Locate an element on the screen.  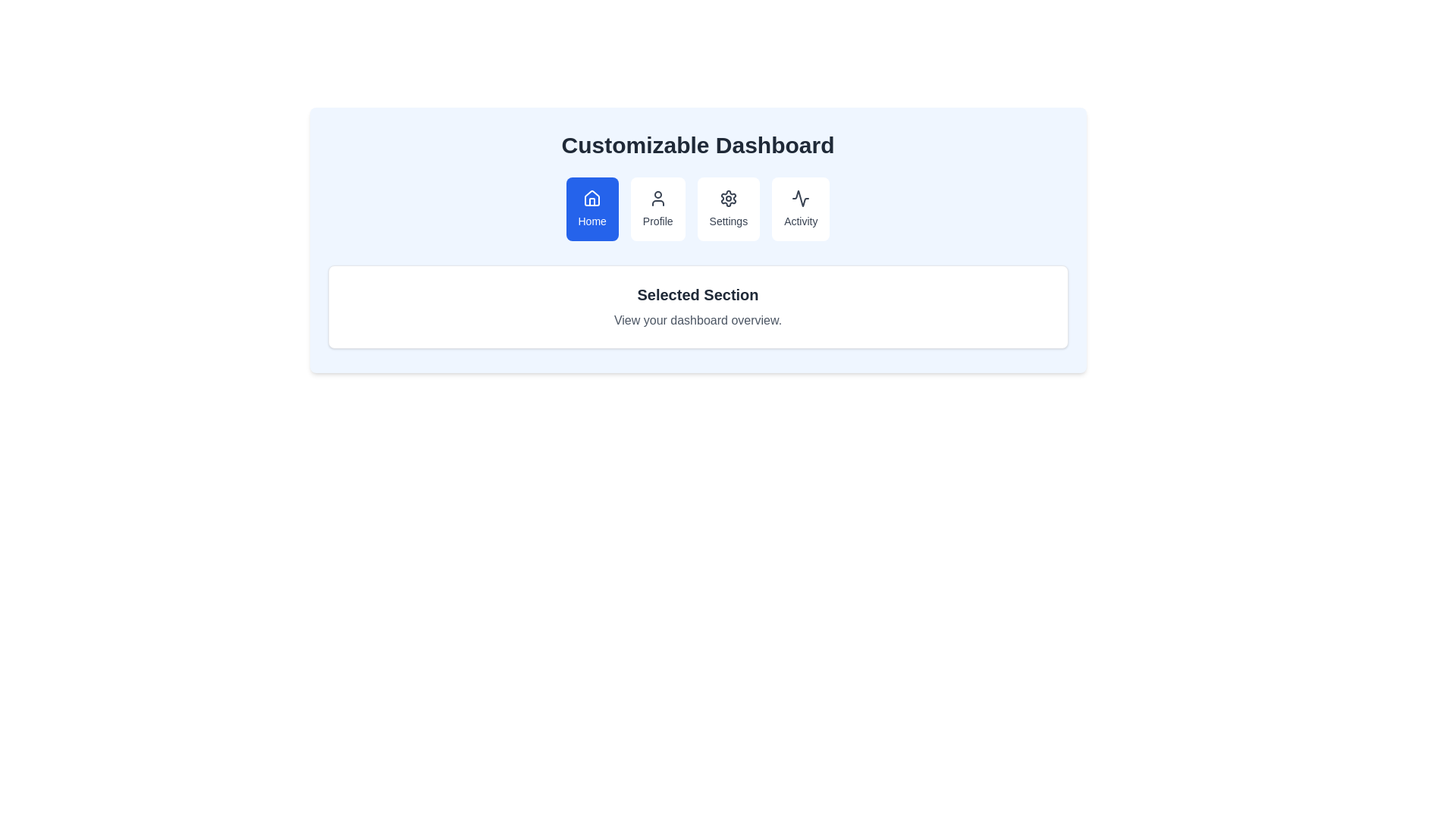
the third button in a row of four buttons, which is positioned between the 'Profile' and 'Activity' buttons is located at coordinates (728, 209).